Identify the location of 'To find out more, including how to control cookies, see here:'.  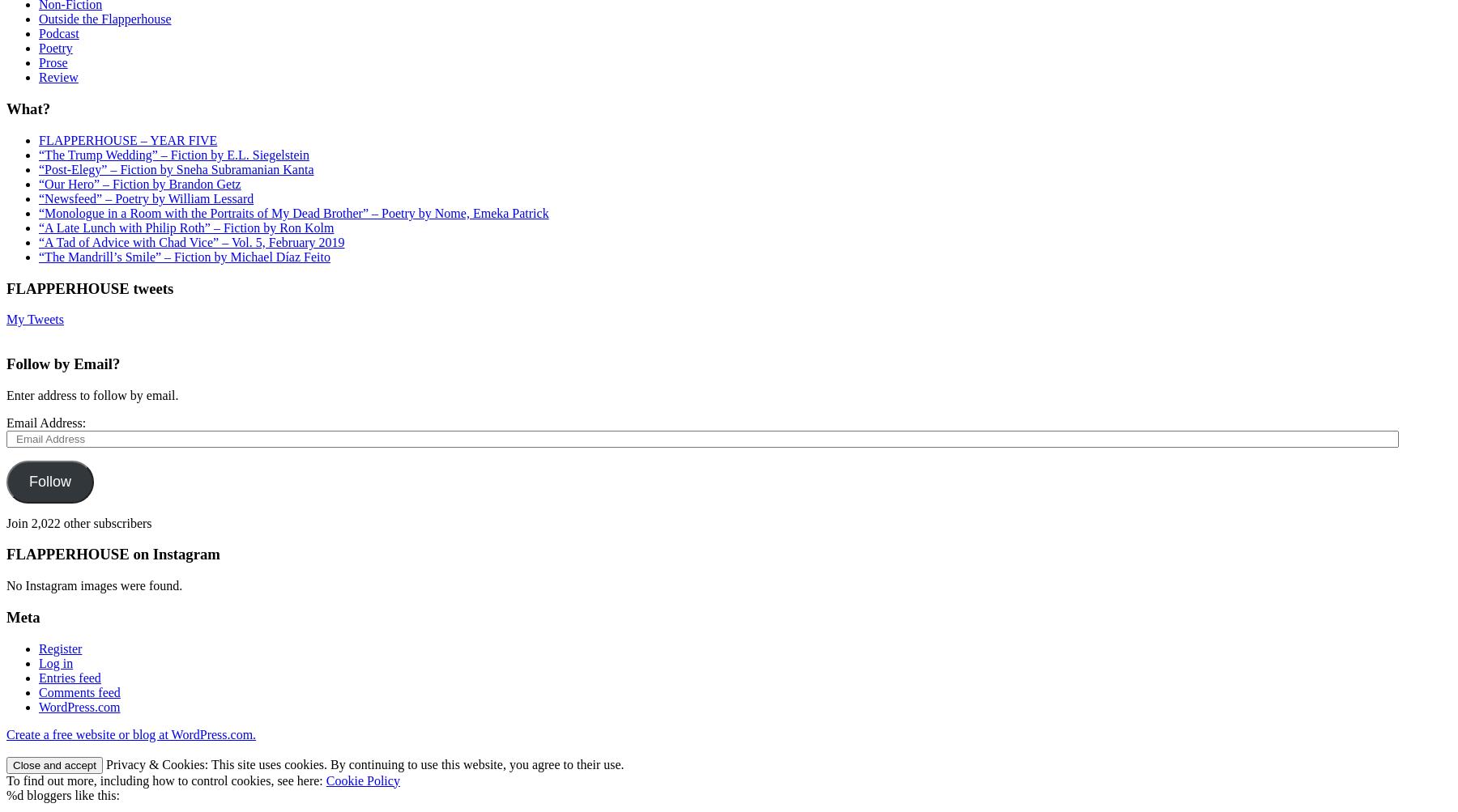
(166, 779).